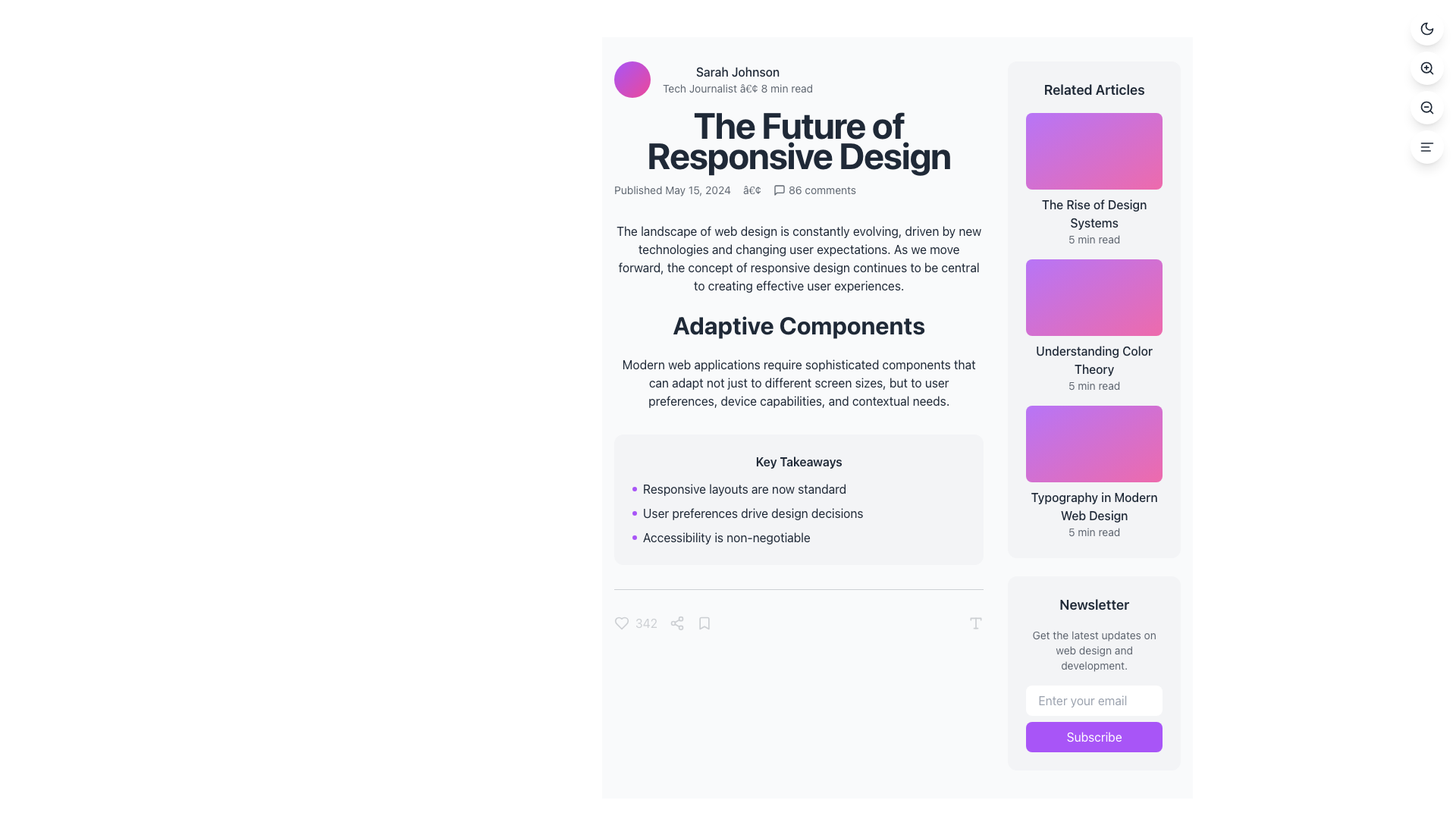 The image size is (1456, 819). What do you see at coordinates (798, 382) in the screenshot?
I see `static text element providing descriptive information about adaptive components, located below the heading 'Adaptive Components' and above 'Key Takeaways'` at bounding box center [798, 382].